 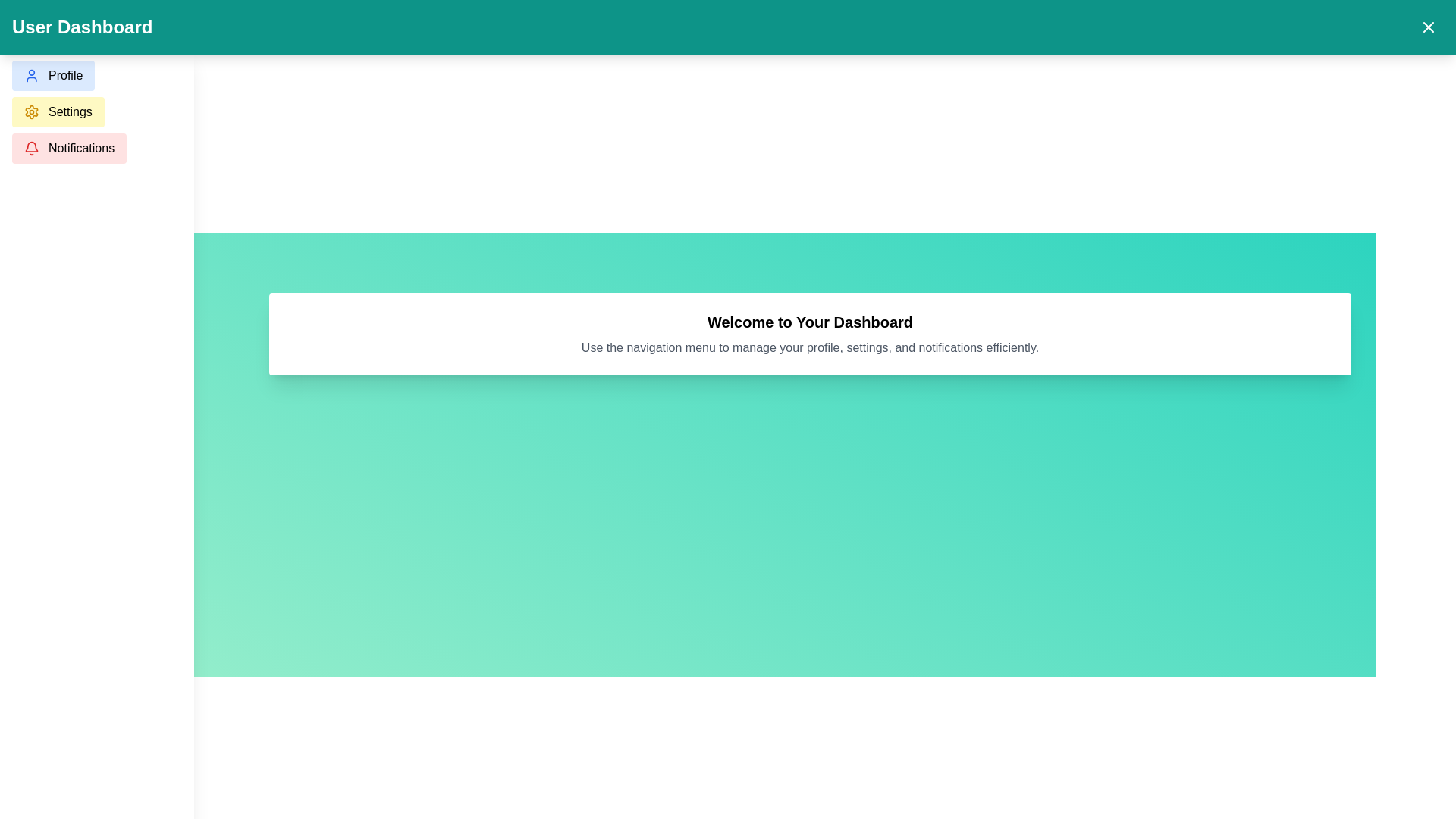 I want to click on the text label that serves as the title of the page or dashboard, located at the top-left corner of the teal-colored navigation bar, so click(x=81, y=27).